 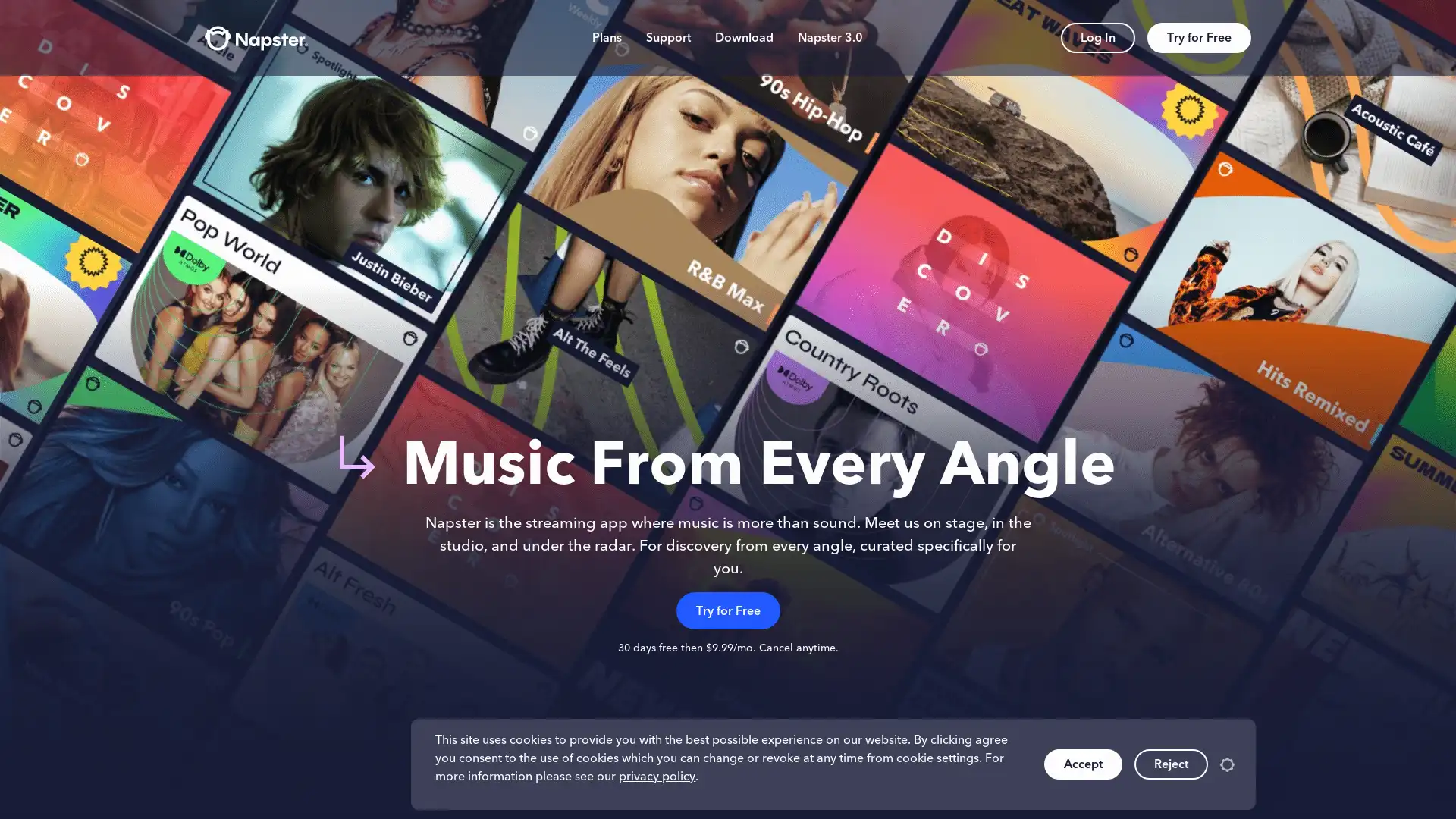 What do you see at coordinates (1082, 764) in the screenshot?
I see `Accept` at bounding box center [1082, 764].